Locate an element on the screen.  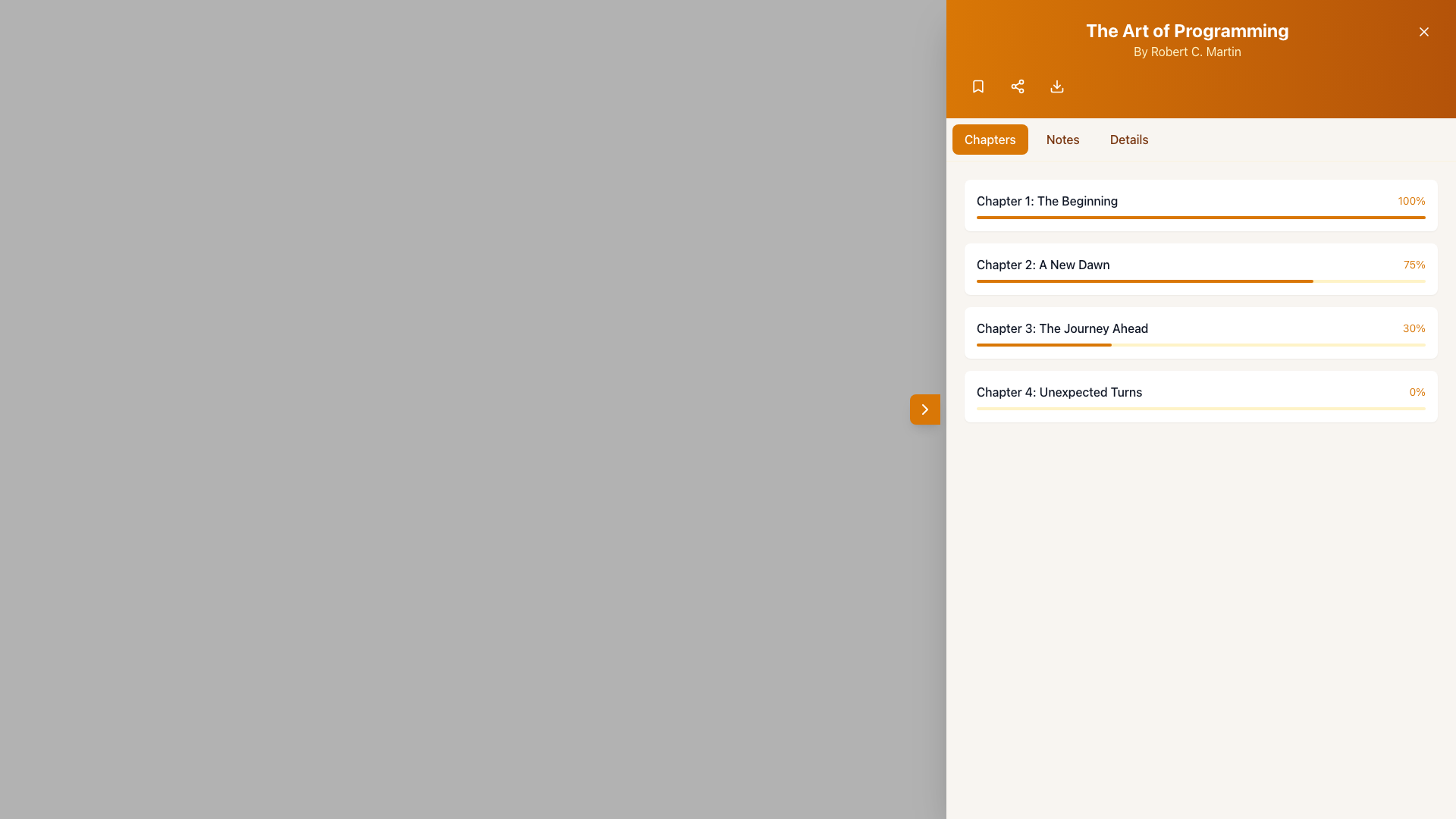
the text label displaying '0%' which is styled with an amber color and positioned at the far right of the chapter title 'Chapter 4: Unexpected Turns' is located at coordinates (1417, 391).